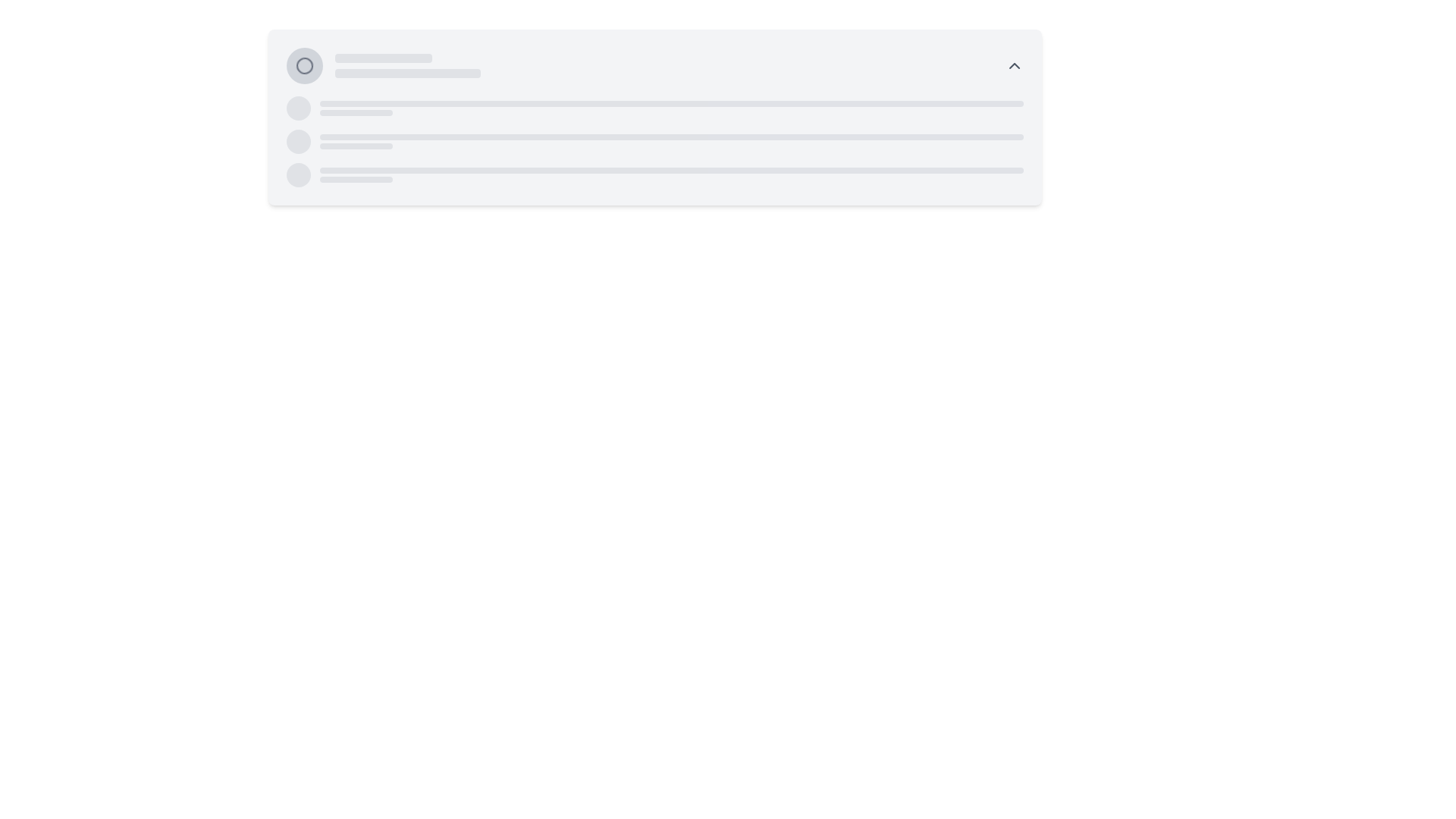  What do you see at coordinates (655, 174) in the screenshot?
I see `third instance of the Placeholder Loader Row, which contains a circular gray pulsating icon on the left and two rectangular gray pulsating placeholders on the right, by clicking on it` at bounding box center [655, 174].